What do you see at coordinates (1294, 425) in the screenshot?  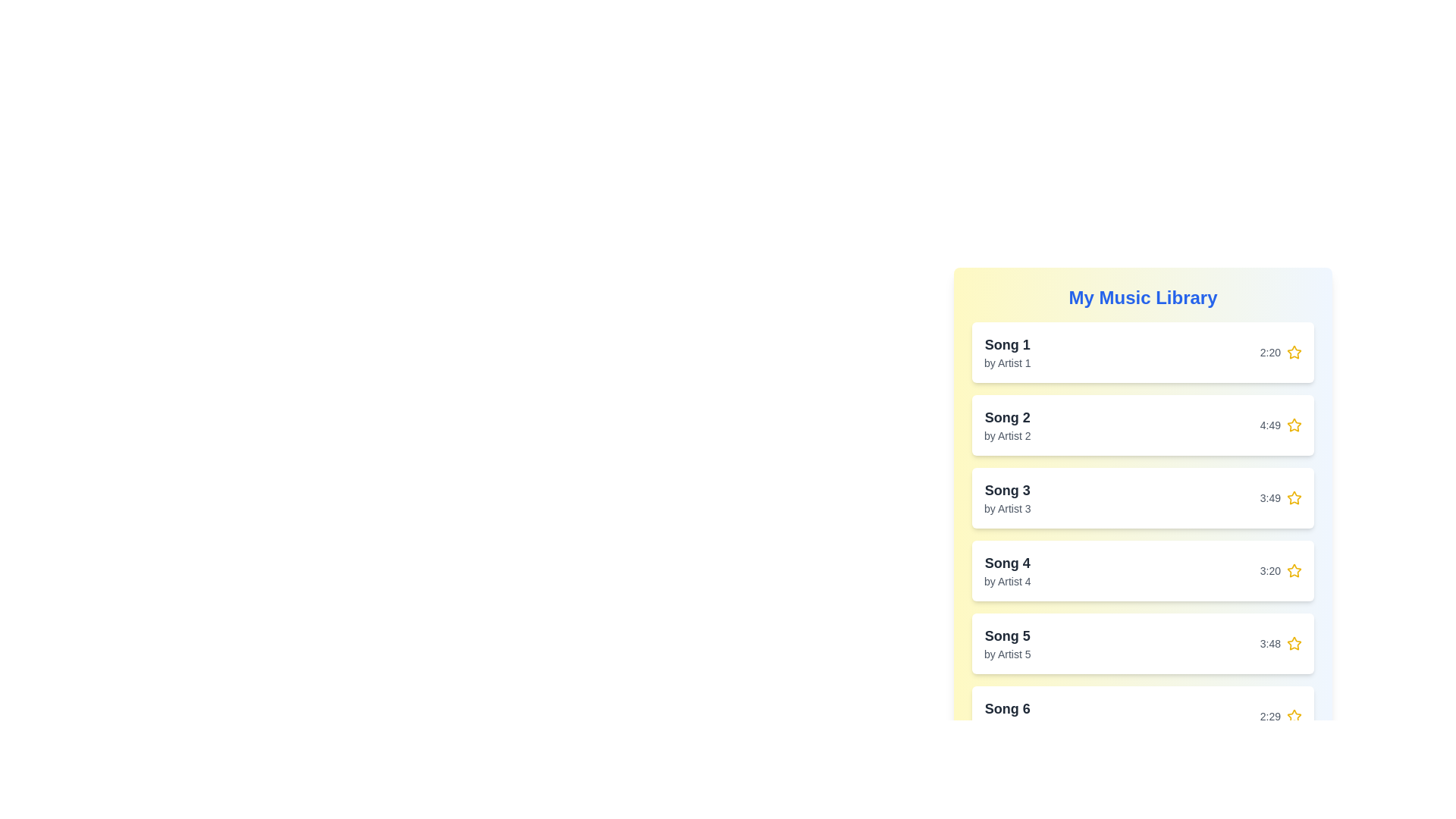 I see `the star-shaped icon with a gold fill color, located adjacent to the '4:49' text in the 'My Music Library' list` at bounding box center [1294, 425].